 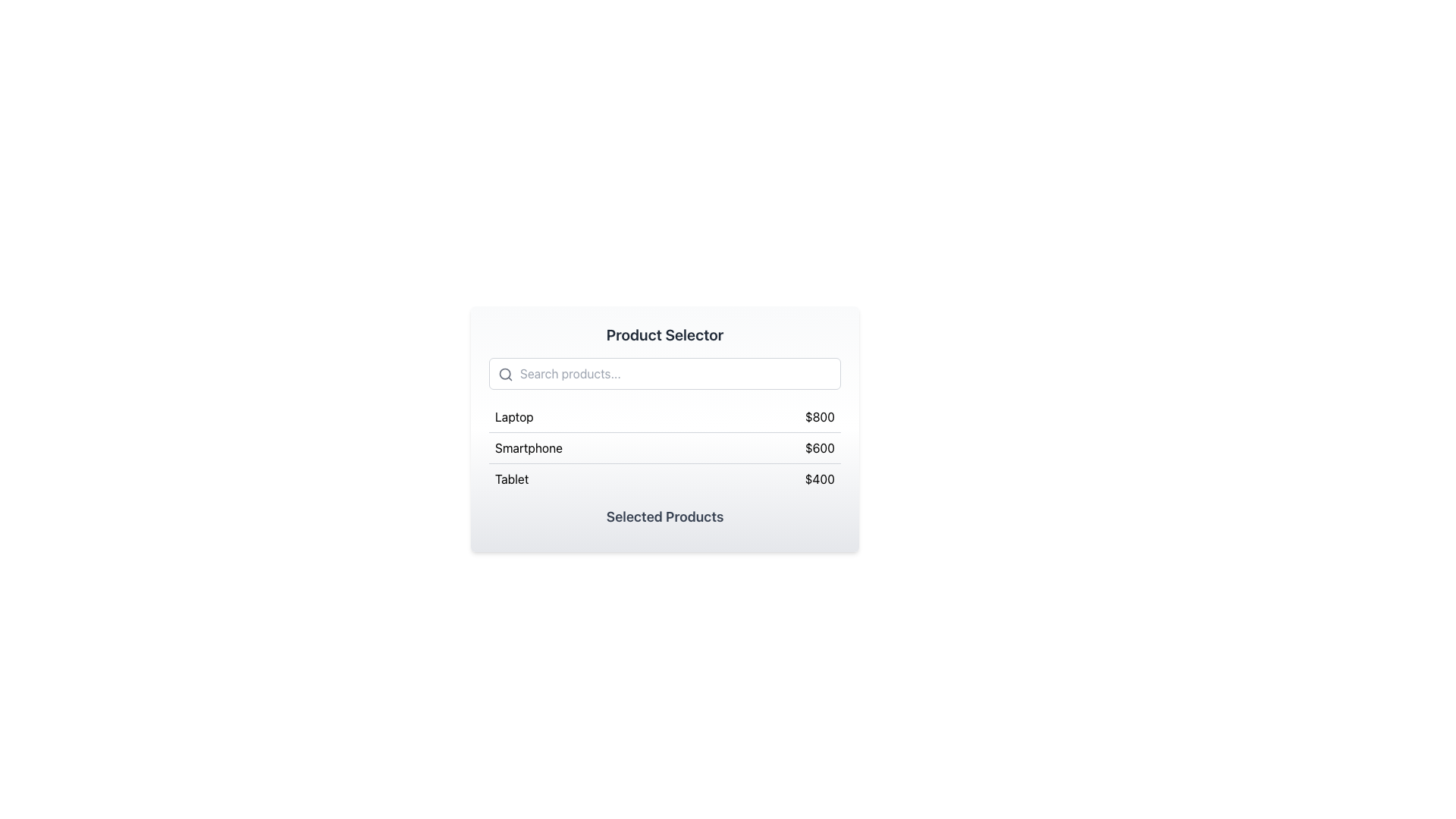 I want to click on the 'Tablet' label text rendered in black font, so click(x=512, y=479).